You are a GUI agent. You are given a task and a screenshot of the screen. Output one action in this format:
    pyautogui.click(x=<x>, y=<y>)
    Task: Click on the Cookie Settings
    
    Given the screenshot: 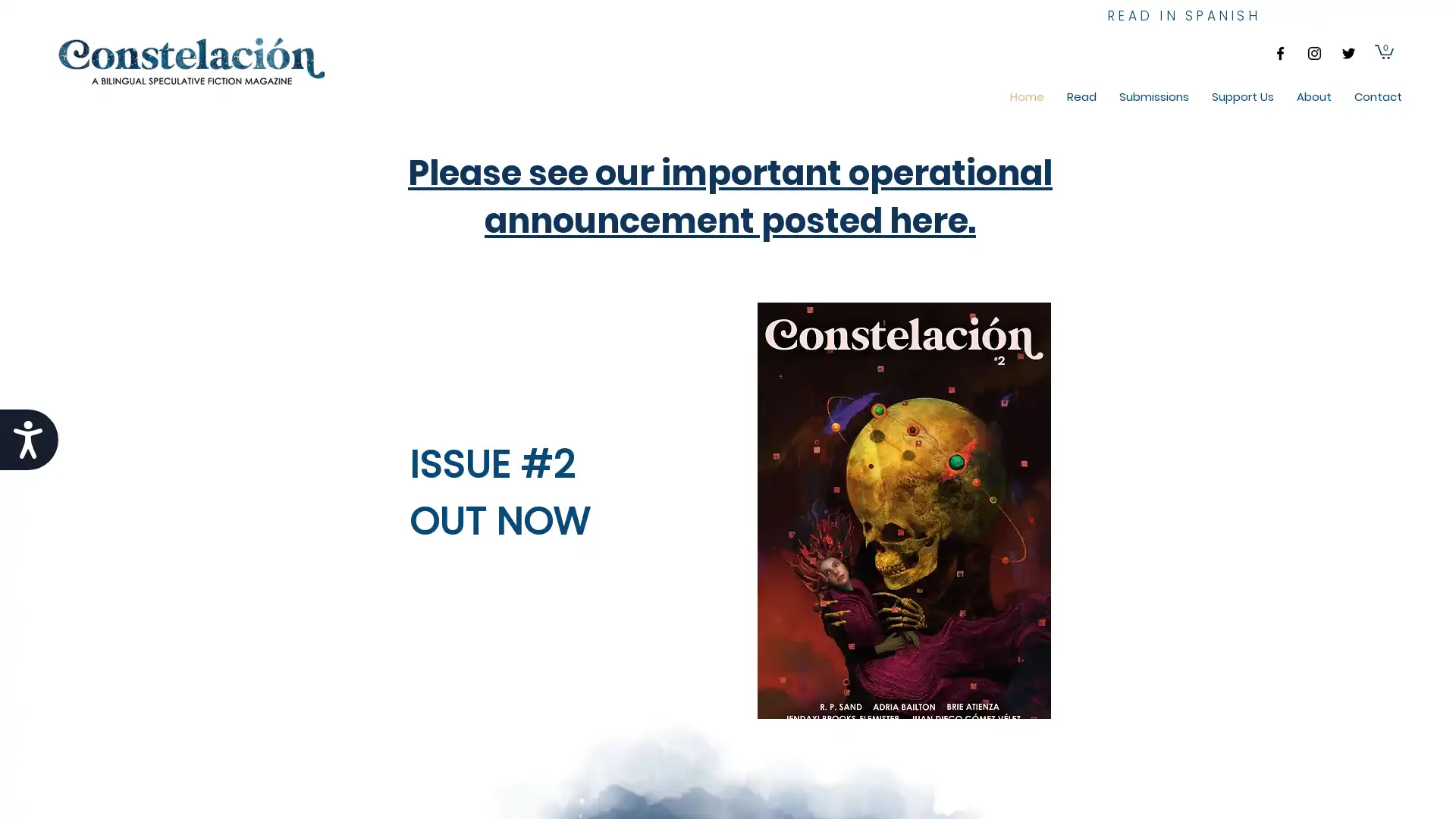 What is the action you would take?
    pyautogui.click(x=1291, y=792)
    